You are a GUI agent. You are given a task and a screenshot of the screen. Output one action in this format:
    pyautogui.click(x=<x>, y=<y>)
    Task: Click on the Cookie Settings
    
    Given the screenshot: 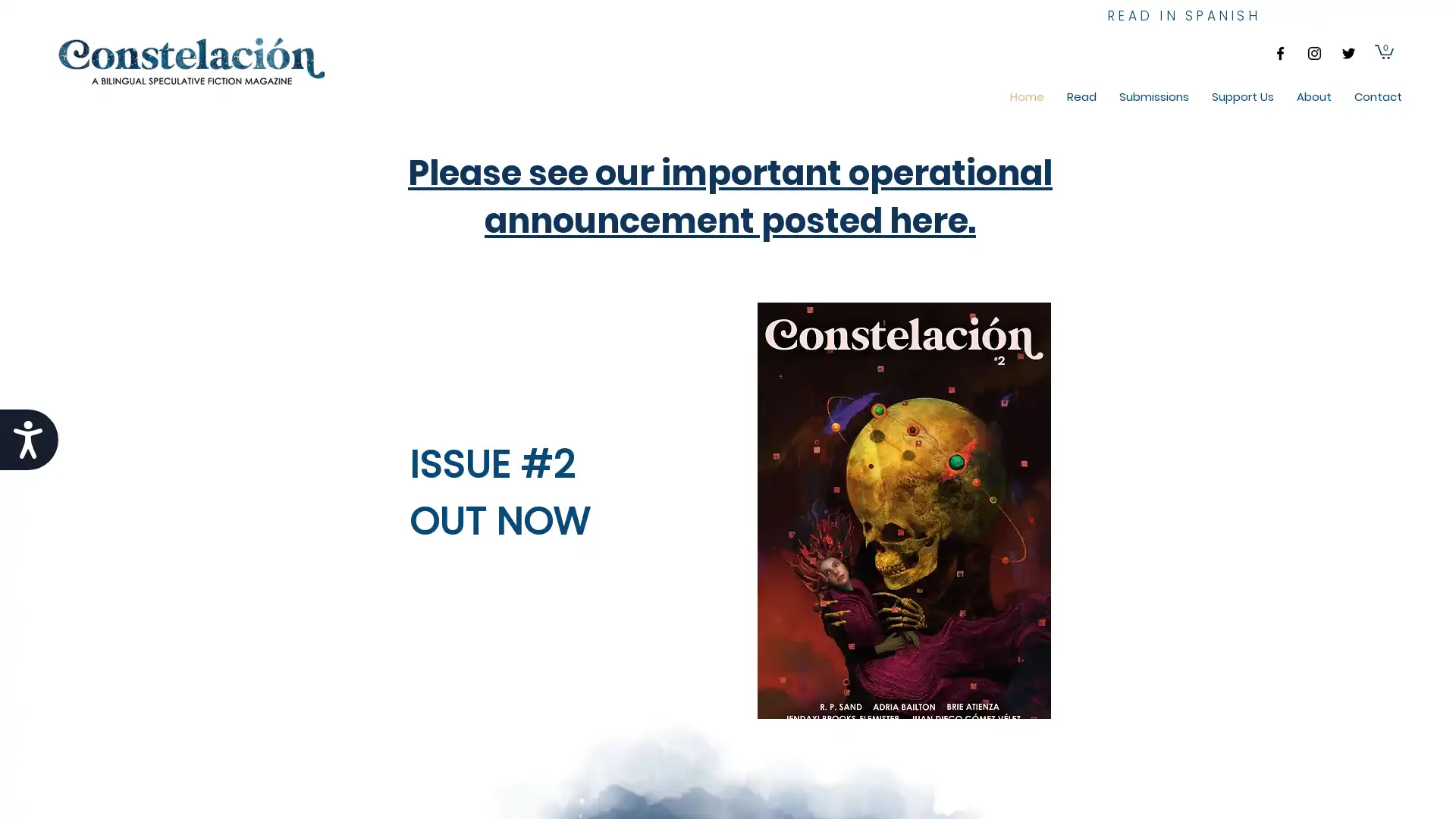 What is the action you would take?
    pyautogui.click(x=1291, y=792)
    